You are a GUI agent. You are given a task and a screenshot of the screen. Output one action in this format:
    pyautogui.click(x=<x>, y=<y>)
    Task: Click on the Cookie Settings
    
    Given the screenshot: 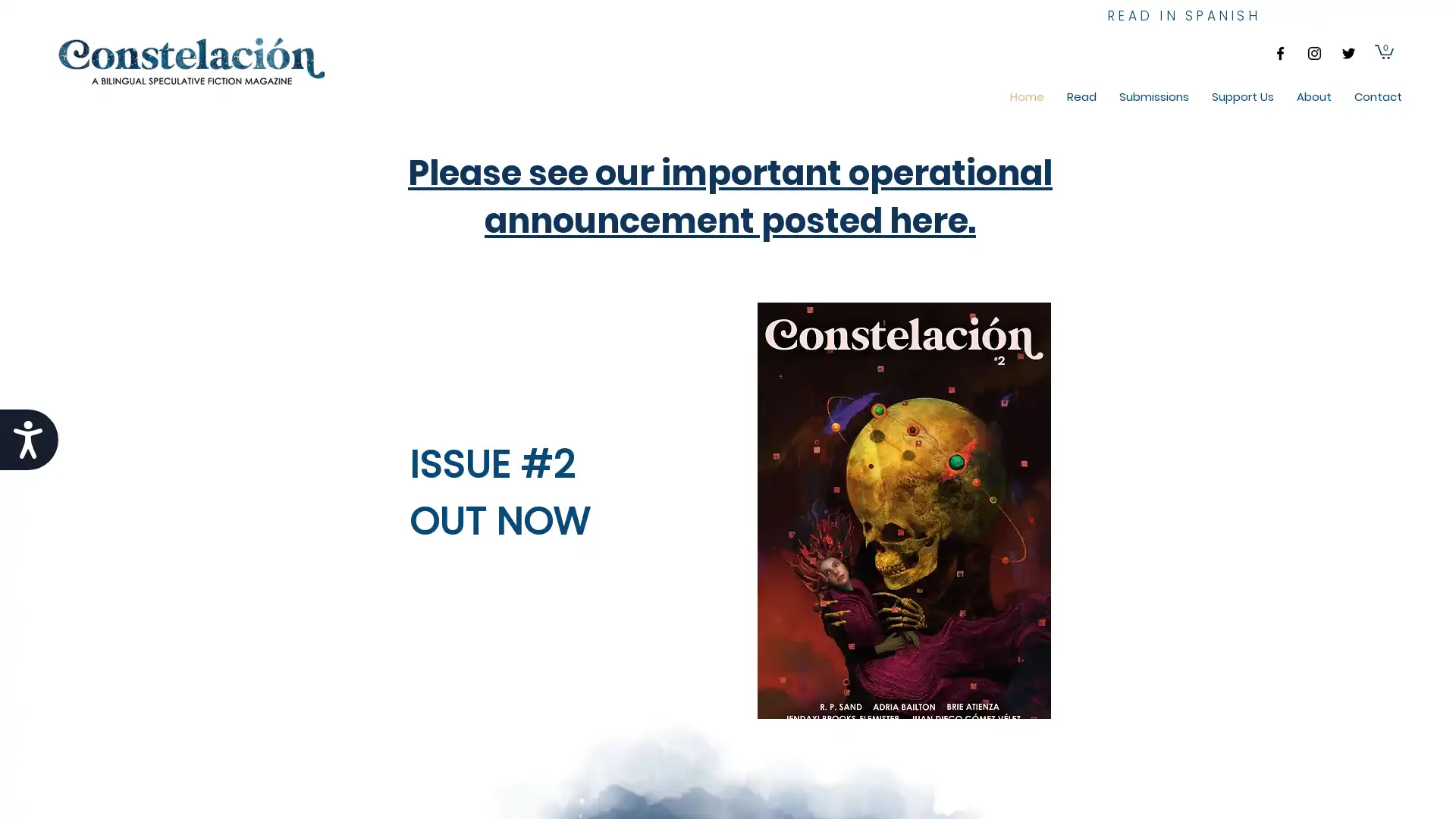 What is the action you would take?
    pyautogui.click(x=1291, y=792)
    